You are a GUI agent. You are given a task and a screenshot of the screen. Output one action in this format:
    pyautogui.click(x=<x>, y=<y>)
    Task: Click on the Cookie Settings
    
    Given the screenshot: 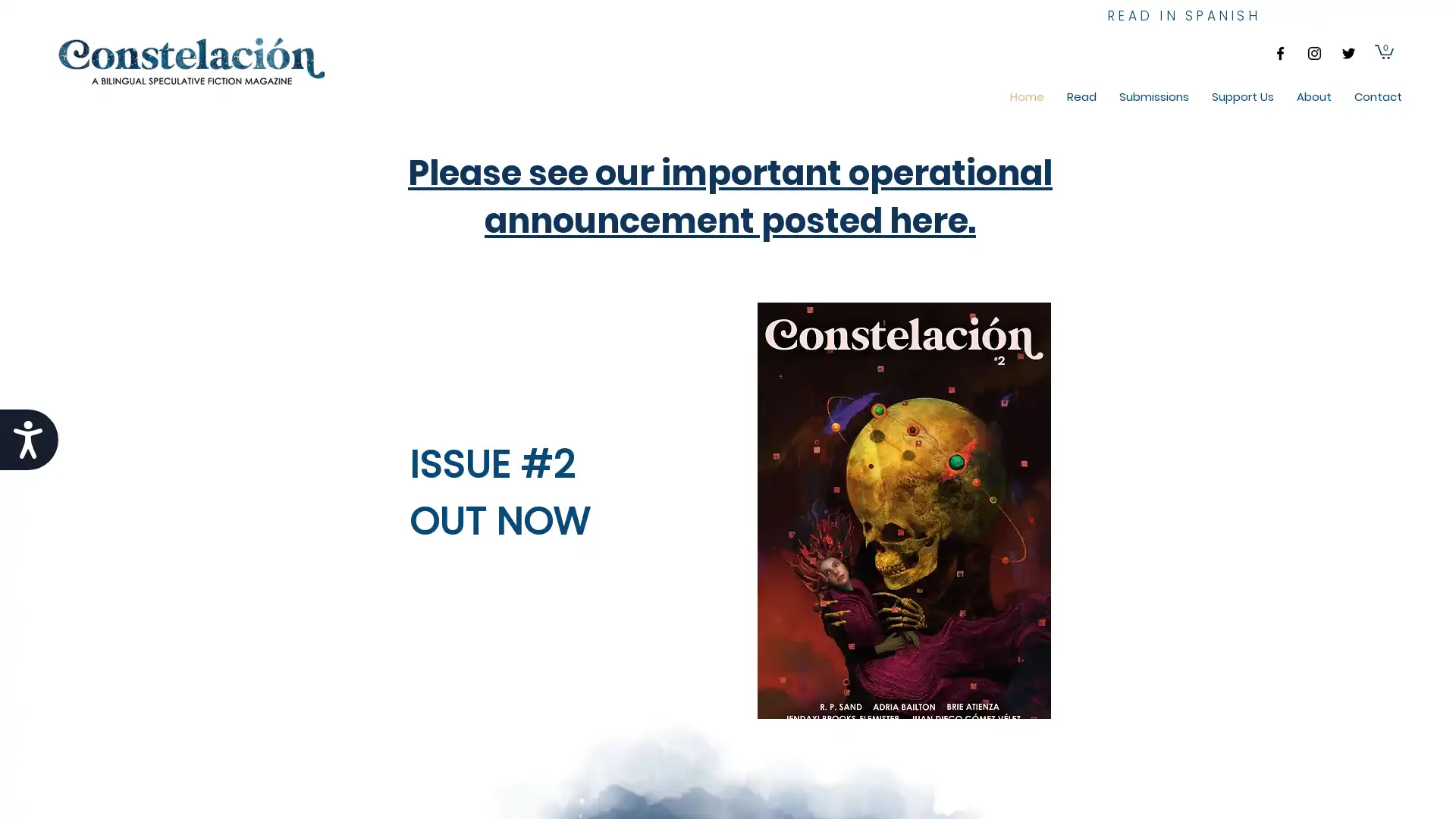 What is the action you would take?
    pyautogui.click(x=1291, y=792)
    